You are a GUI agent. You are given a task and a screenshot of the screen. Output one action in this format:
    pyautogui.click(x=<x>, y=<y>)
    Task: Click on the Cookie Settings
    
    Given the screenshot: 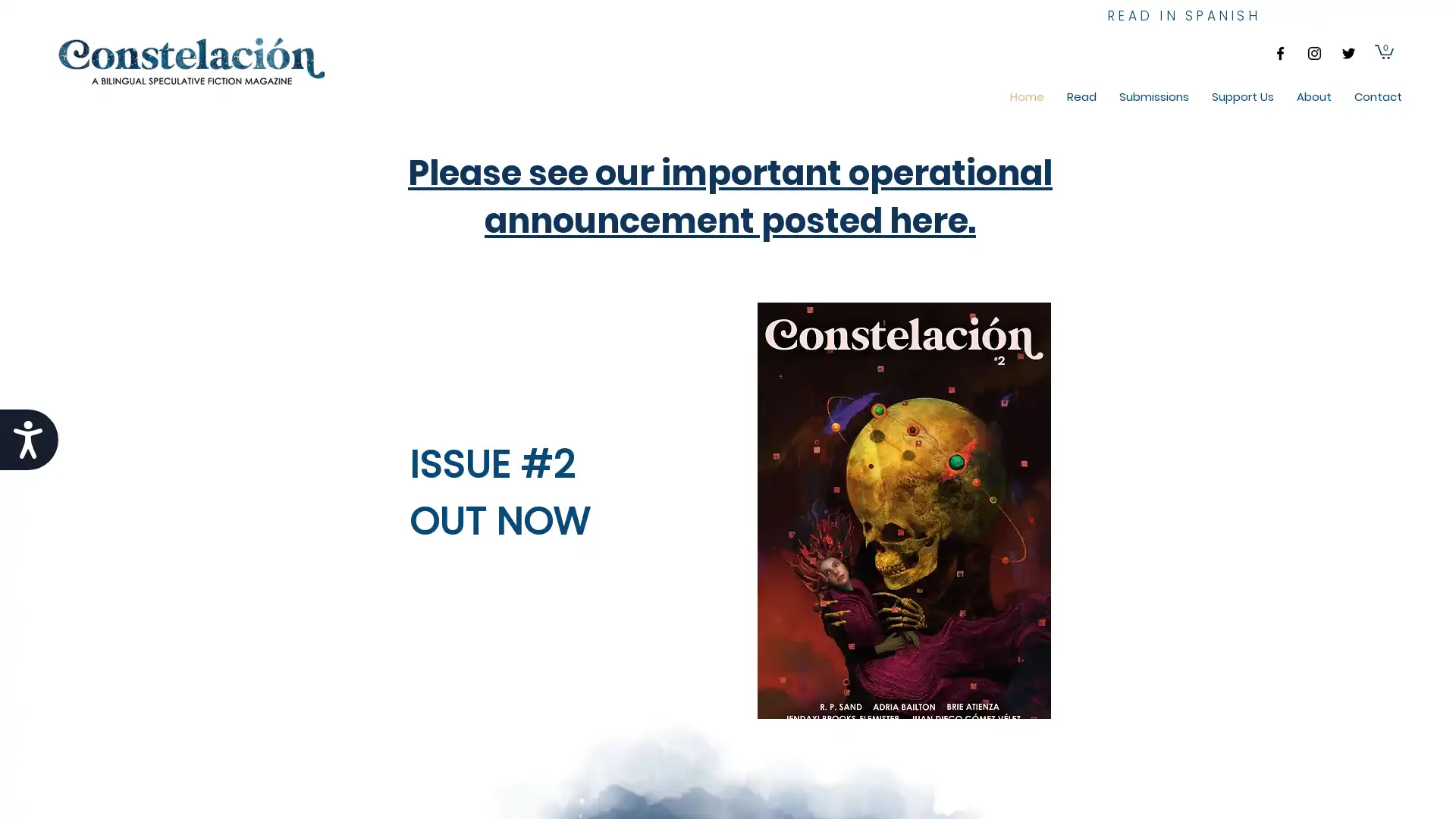 What is the action you would take?
    pyautogui.click(x=1291, y=792)
    